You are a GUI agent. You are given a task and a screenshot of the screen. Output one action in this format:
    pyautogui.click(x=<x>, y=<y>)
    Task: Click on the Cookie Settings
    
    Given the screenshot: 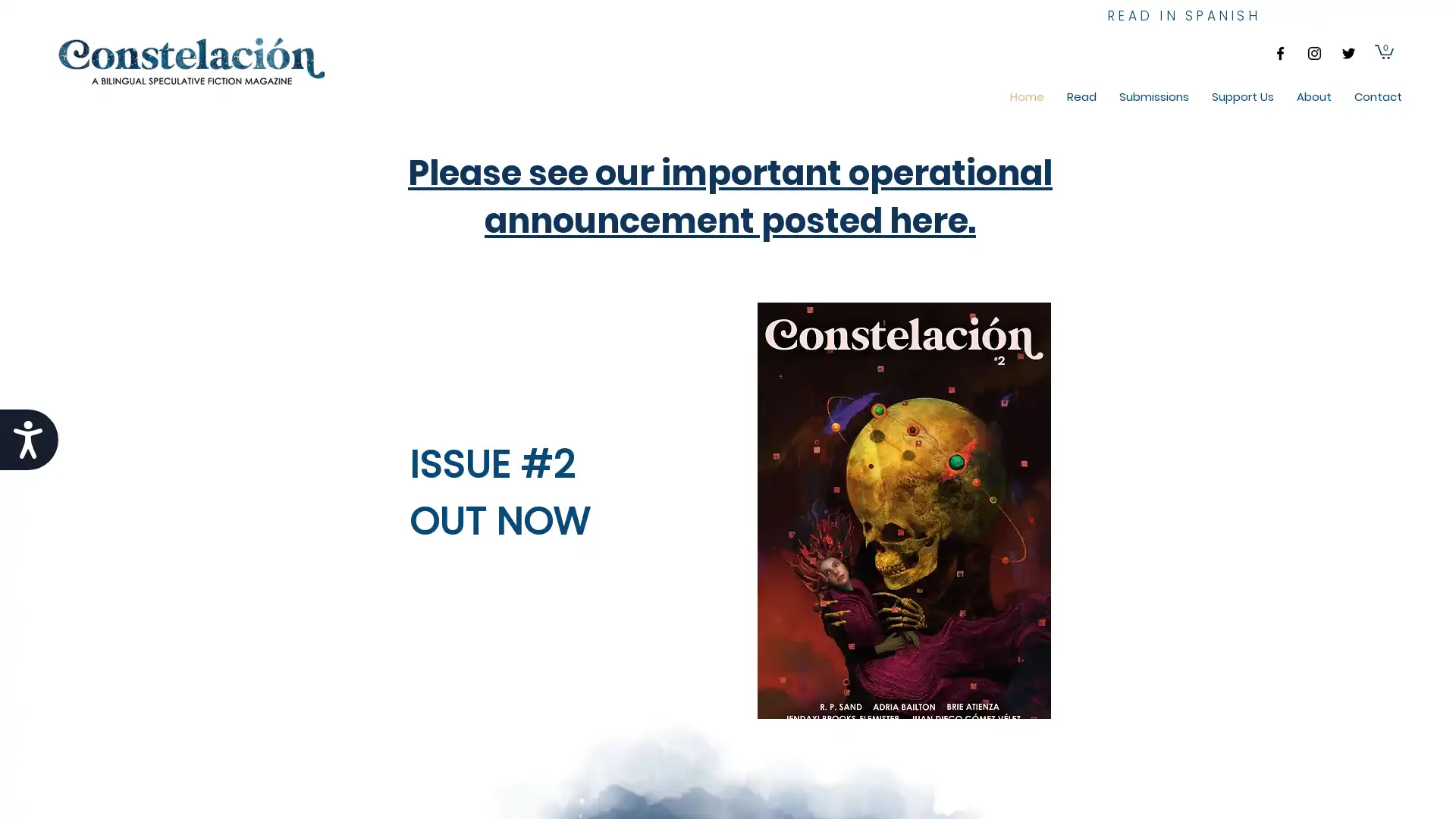 What is the action you would take?
    pyautogui.click(x=1291, y=792)
    